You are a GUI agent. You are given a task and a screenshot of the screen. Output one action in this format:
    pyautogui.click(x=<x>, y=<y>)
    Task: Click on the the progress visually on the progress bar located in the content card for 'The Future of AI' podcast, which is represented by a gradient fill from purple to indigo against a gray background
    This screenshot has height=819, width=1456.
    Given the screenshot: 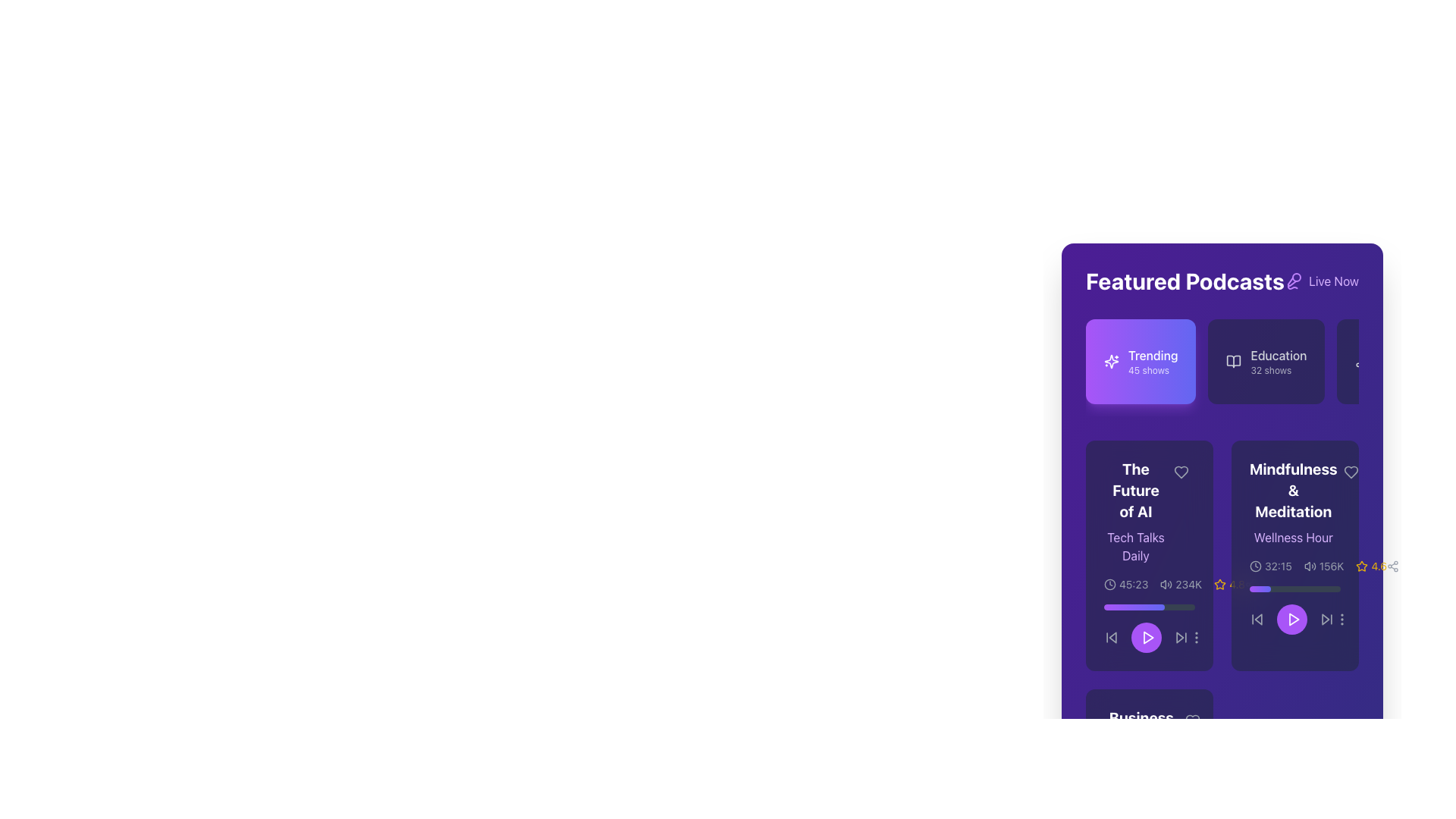 What is the action you would take?
    pyautogui.click(x=1150, y=607)
    